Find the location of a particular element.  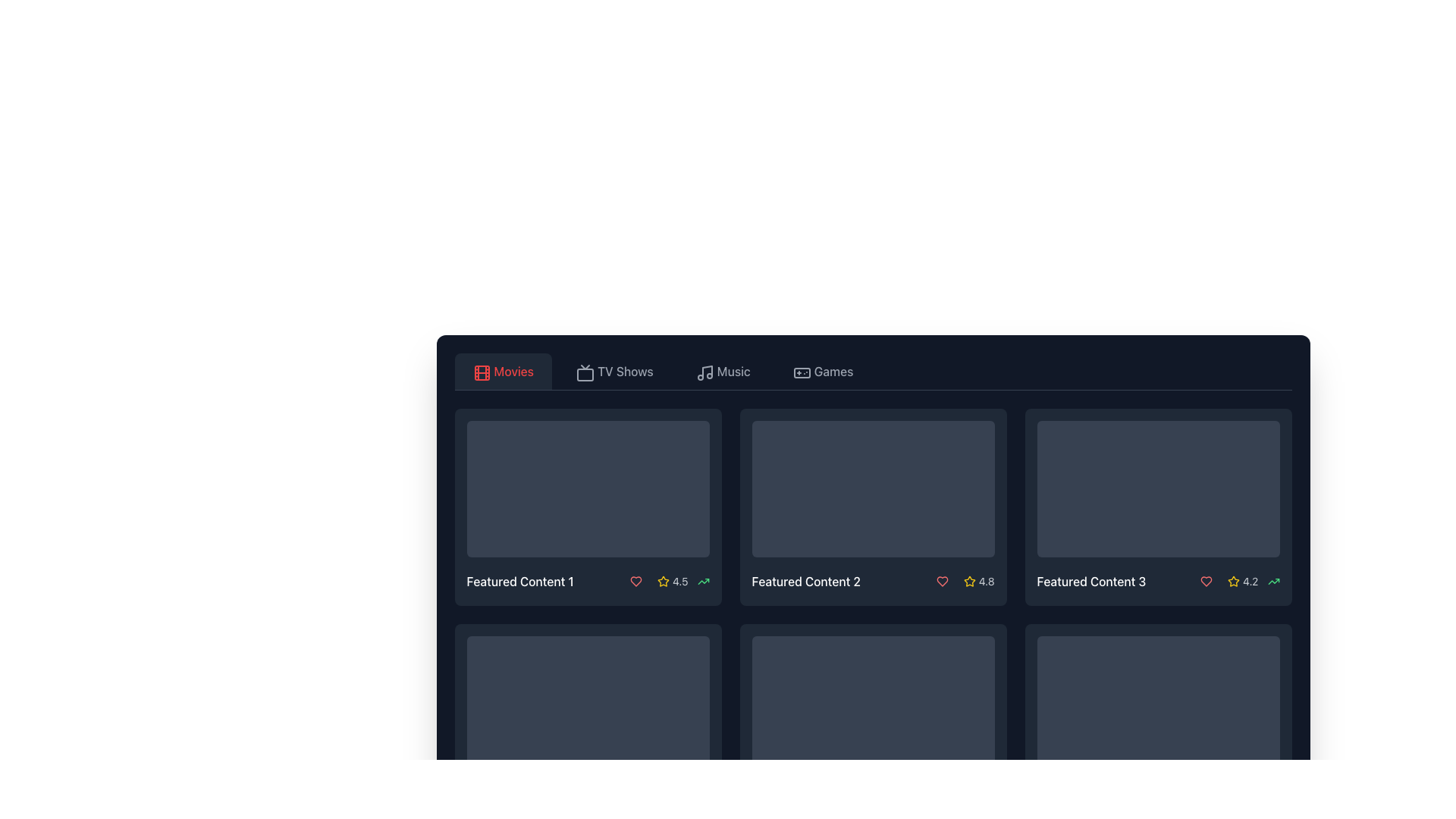

the 'Games' text label located in the fourth position of the horizontal navigation bar is located at coordinates (833, 371).